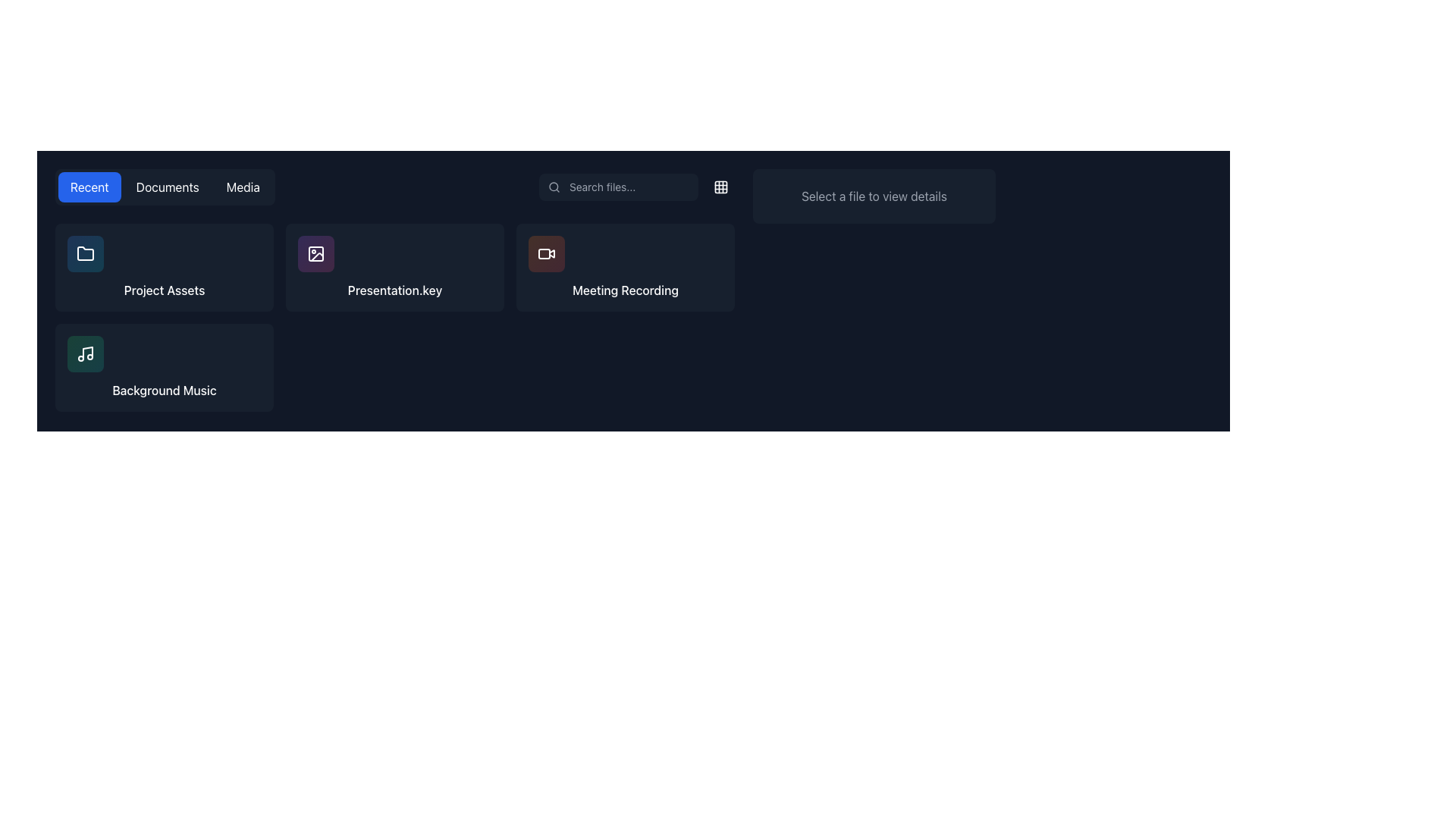 This screenshot has width=1456, height=819. I want to click on the green to teal gradient rounded square icon with a white music note in the center, located in the first column and second row of the grid below 'Project Assets', so click(85, 353).